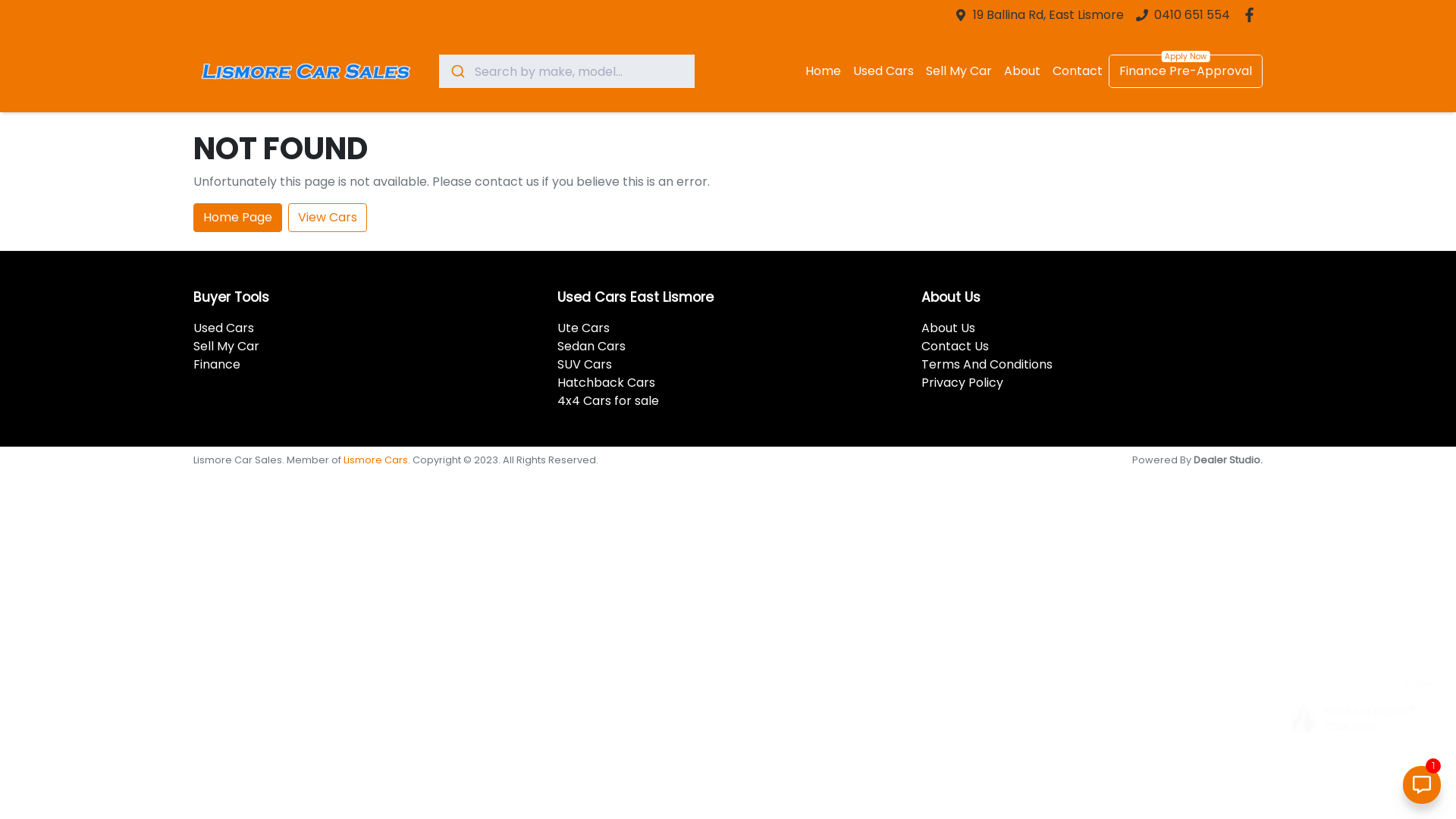  Describe the element at coordinates (590, 346) in the screenshot. I see `'Sedan Cars'` at that location.